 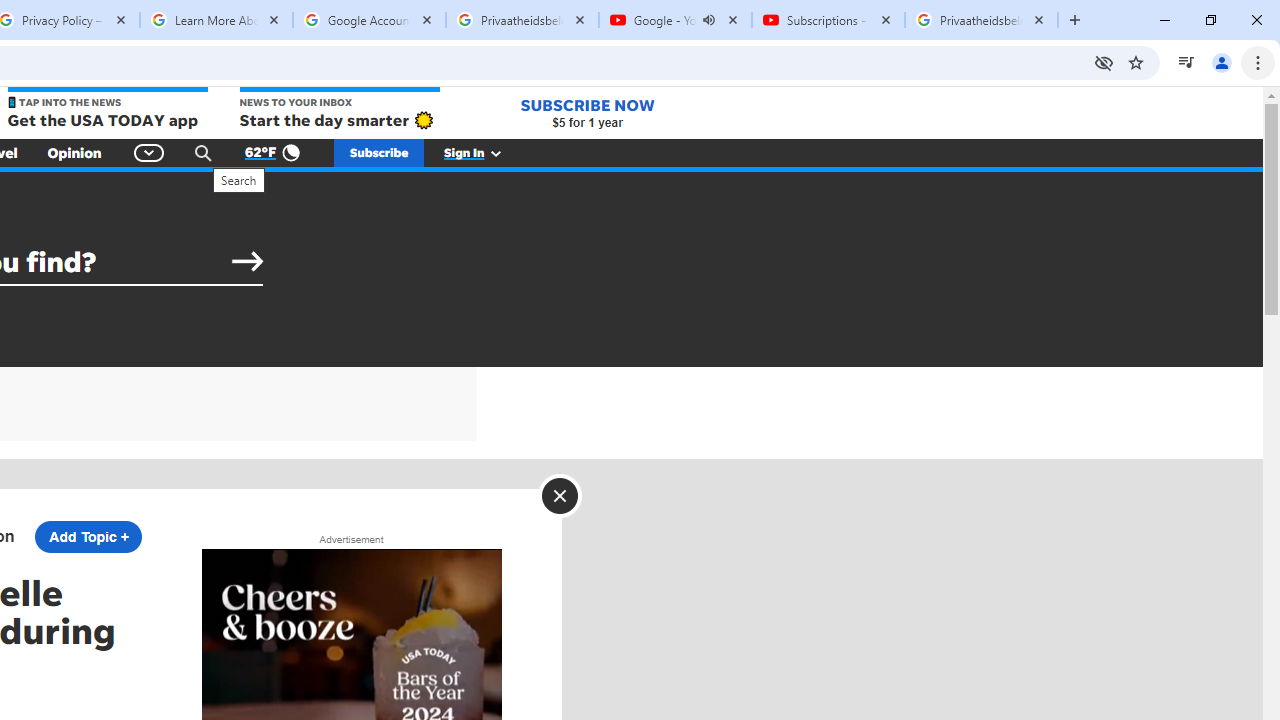 What do you see at coordinates (74, 152) in the screenshot?
I see `'Opinion'` at bounding box center [74, 152].